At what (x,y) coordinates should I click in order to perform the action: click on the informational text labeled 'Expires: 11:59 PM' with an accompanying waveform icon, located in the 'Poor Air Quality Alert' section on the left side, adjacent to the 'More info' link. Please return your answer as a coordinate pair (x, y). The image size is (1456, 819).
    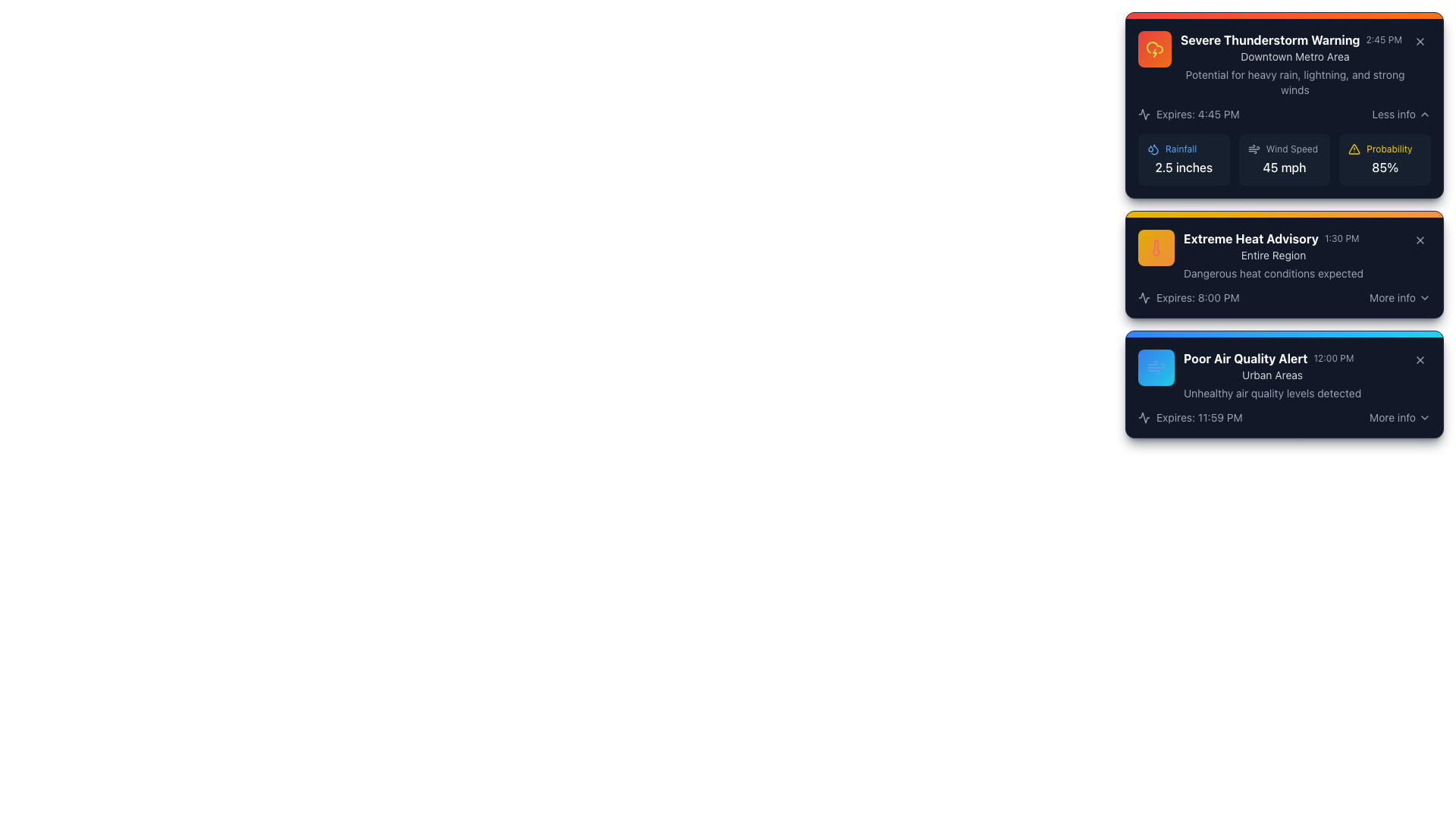
    Looking at the image, I should click on (1189, 418).